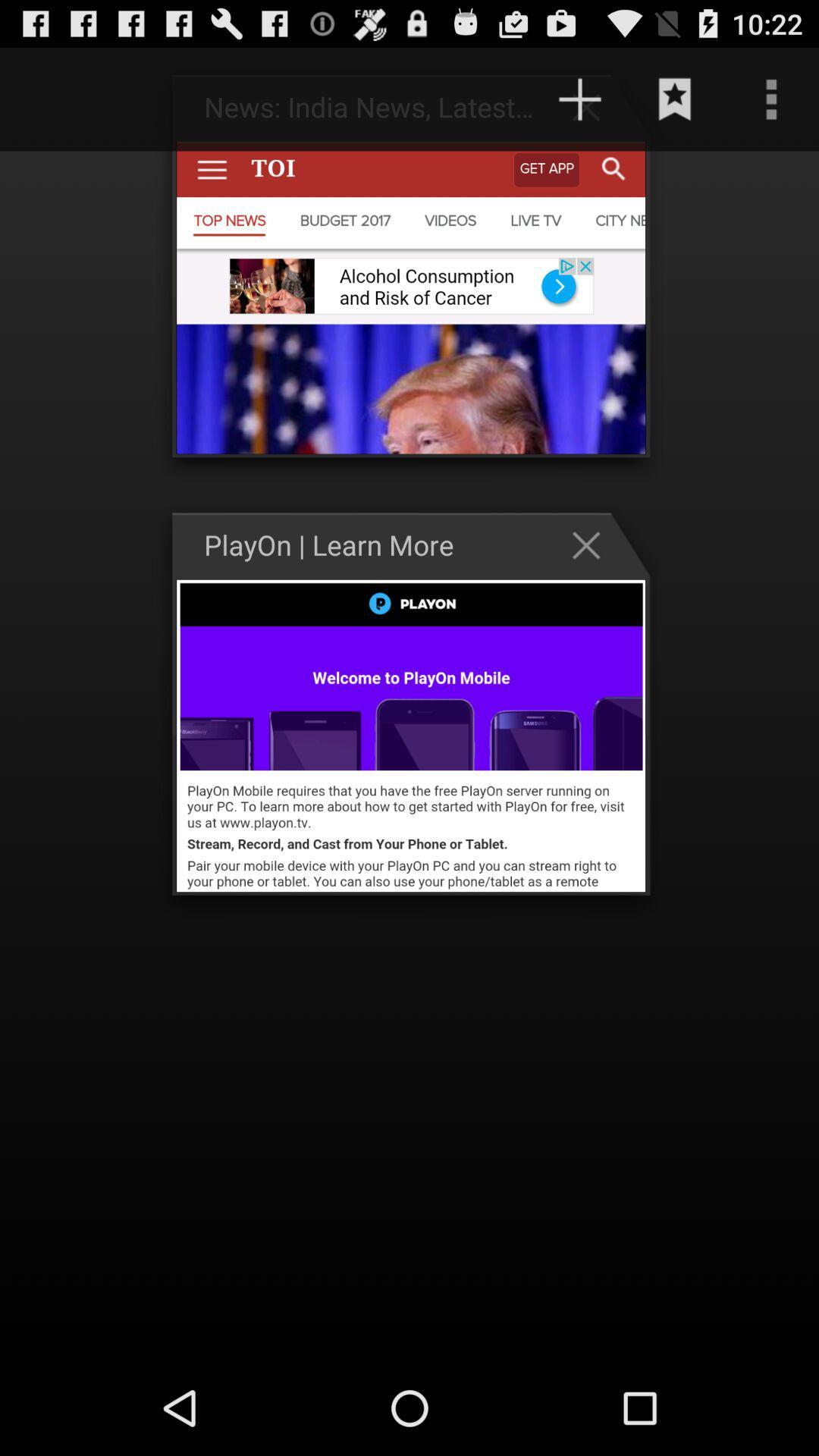  Describe the element at coordinates (453, 99) in the screenshot. I see `http www playon item` at that location.